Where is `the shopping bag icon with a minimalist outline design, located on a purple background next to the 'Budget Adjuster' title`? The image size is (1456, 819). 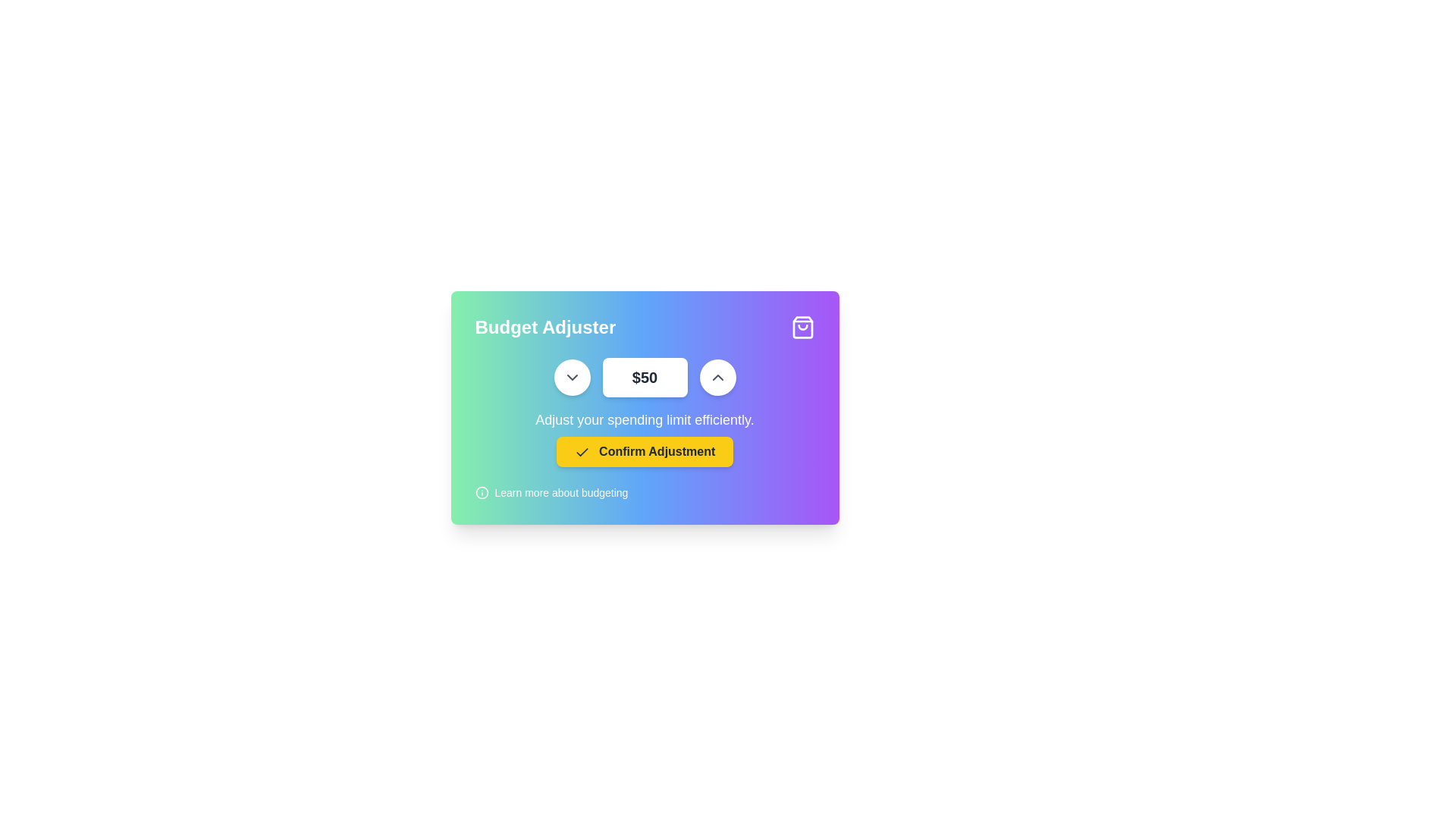 the shopping bag icon with a minimalist outline design, located on a purple background next to the 'Budget Adjuster' title is located at coordinates (802, 327).